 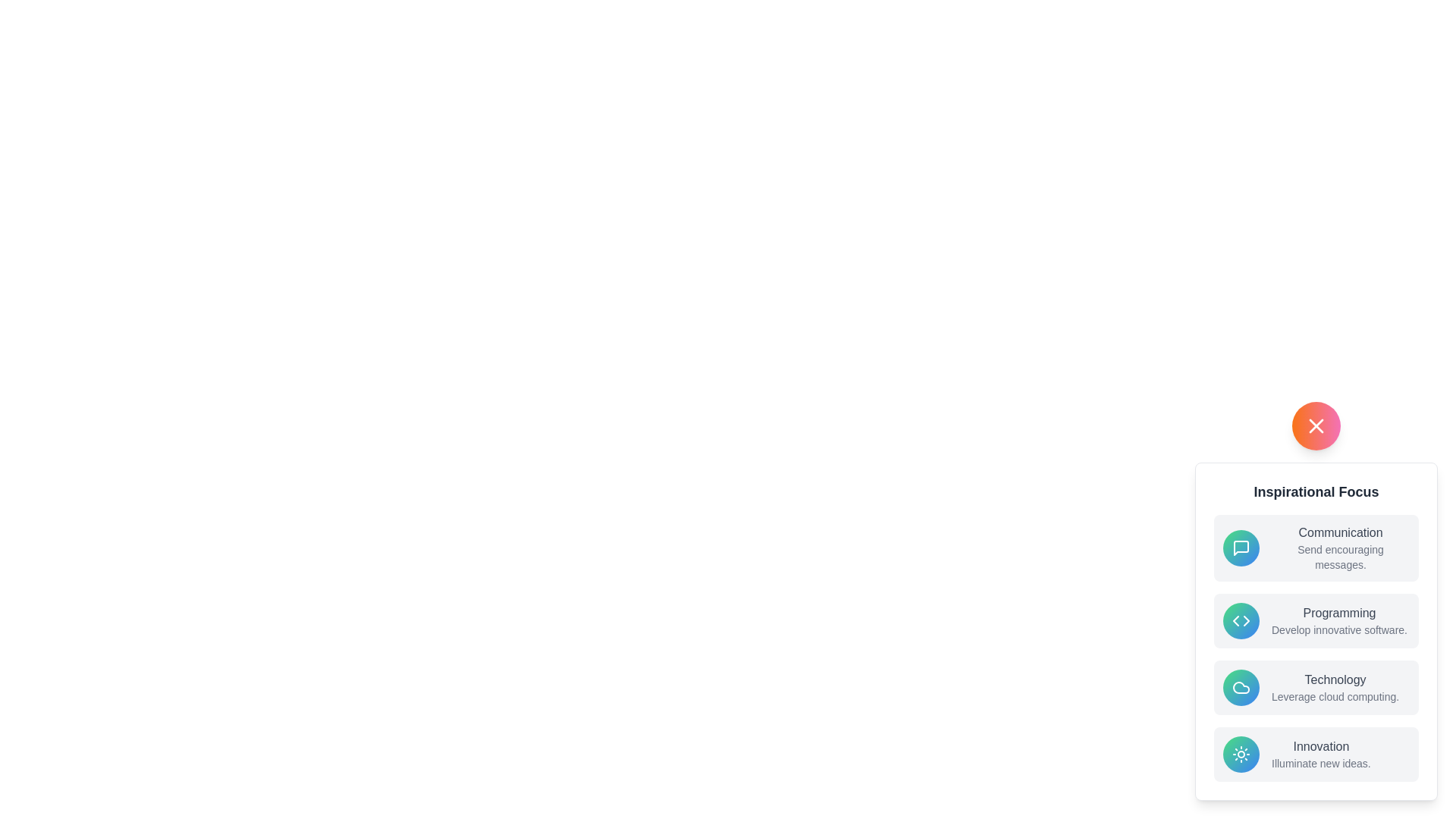 I want to click on the menu option Technology, so click(x=1316, y=687).